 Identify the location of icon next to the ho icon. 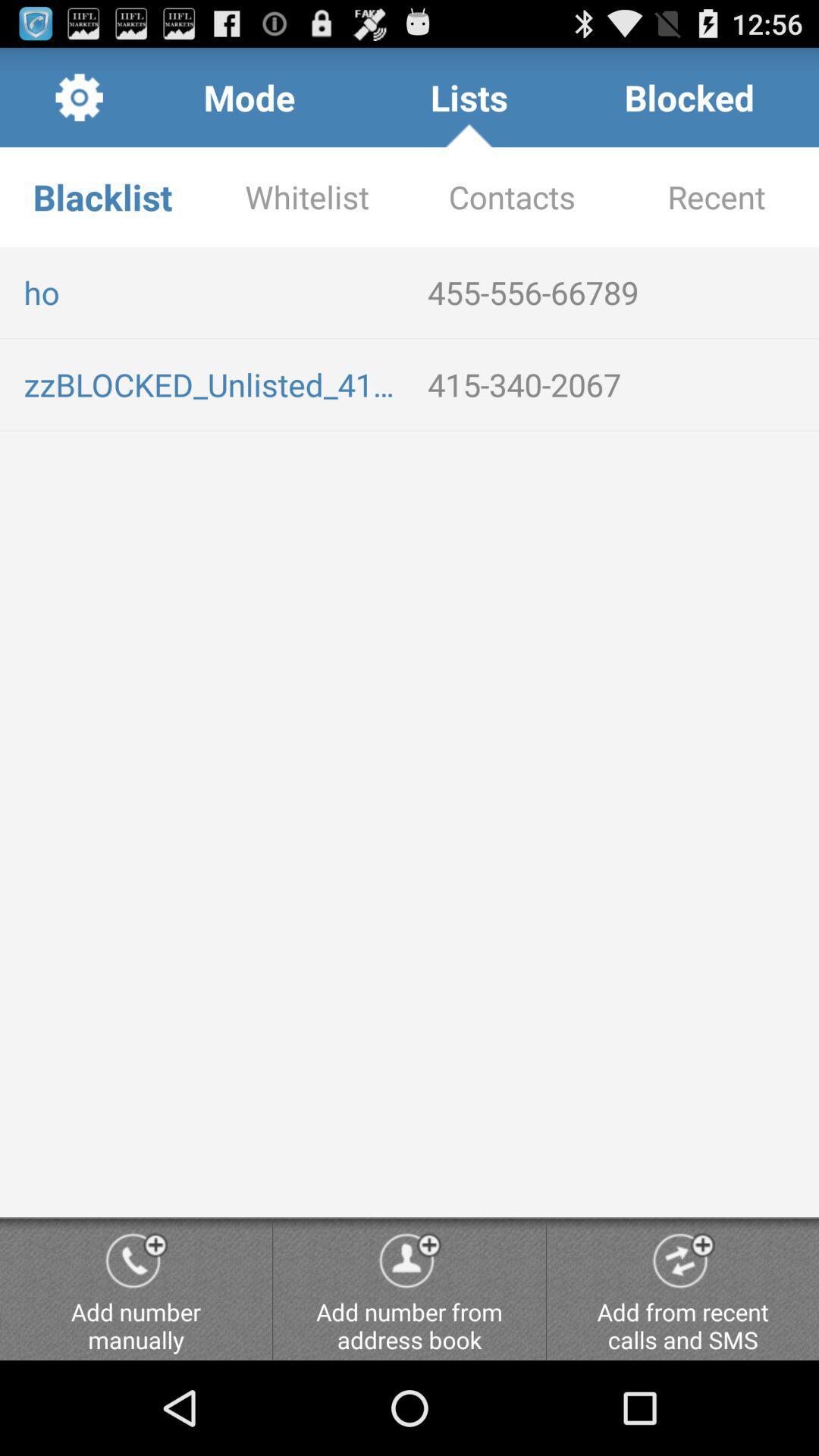
(617, 292).